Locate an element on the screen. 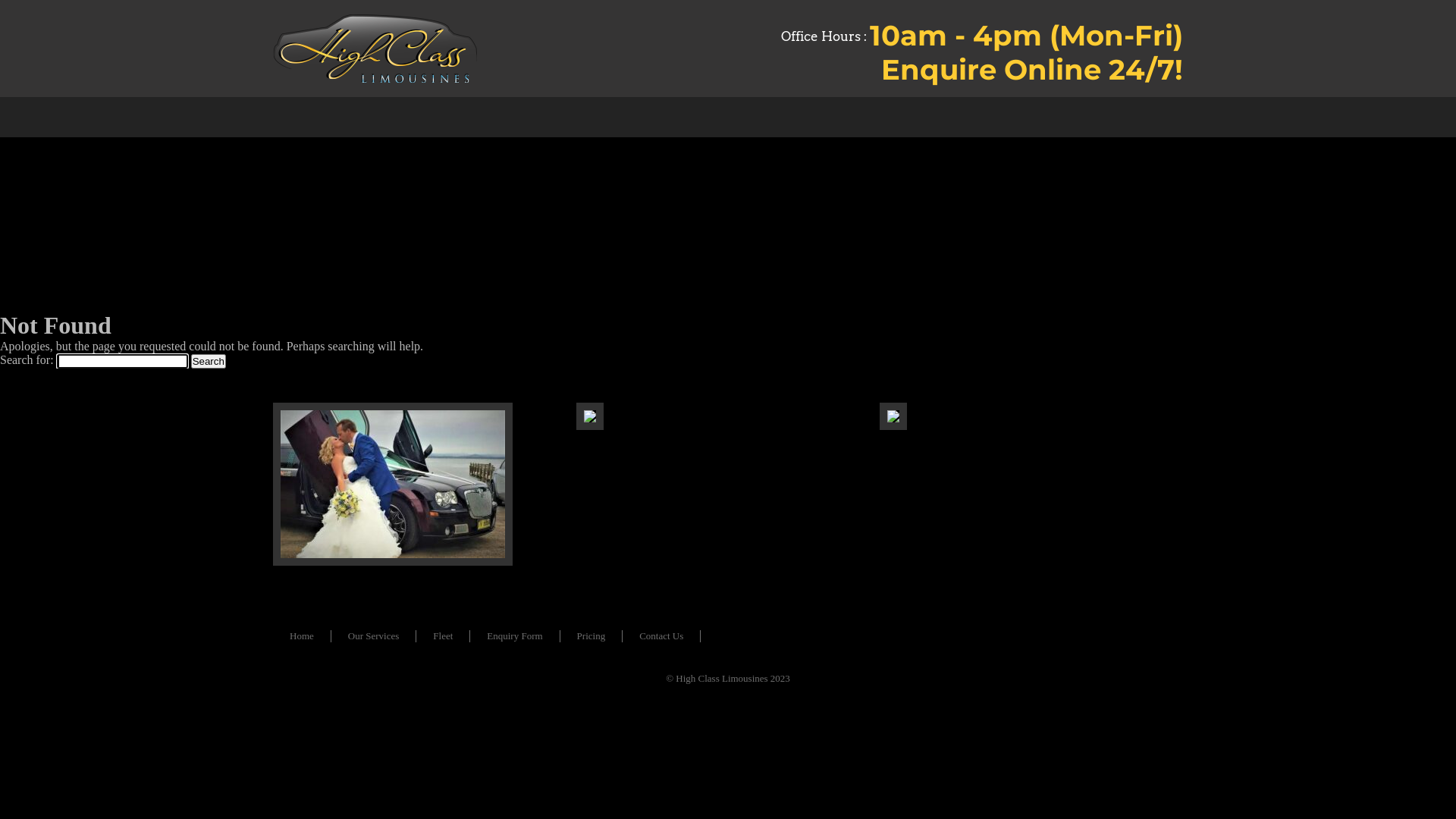 The height and width of the screenshot is (819, 1456). 'Pricing' is located at coordinates (590, 636).